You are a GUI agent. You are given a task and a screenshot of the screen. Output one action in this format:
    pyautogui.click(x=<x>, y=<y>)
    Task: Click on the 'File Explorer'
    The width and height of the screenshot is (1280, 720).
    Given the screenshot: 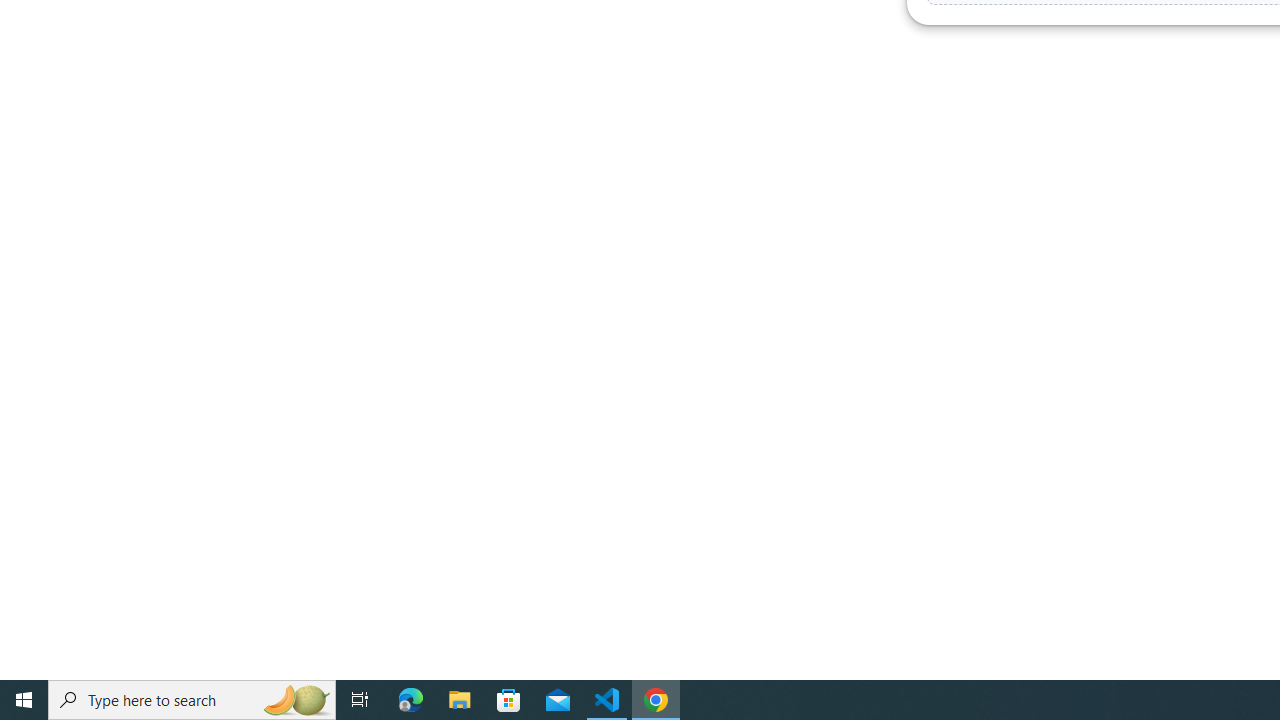 What is the action you would take?
    pyautogui.click(x=459, y=698)
    